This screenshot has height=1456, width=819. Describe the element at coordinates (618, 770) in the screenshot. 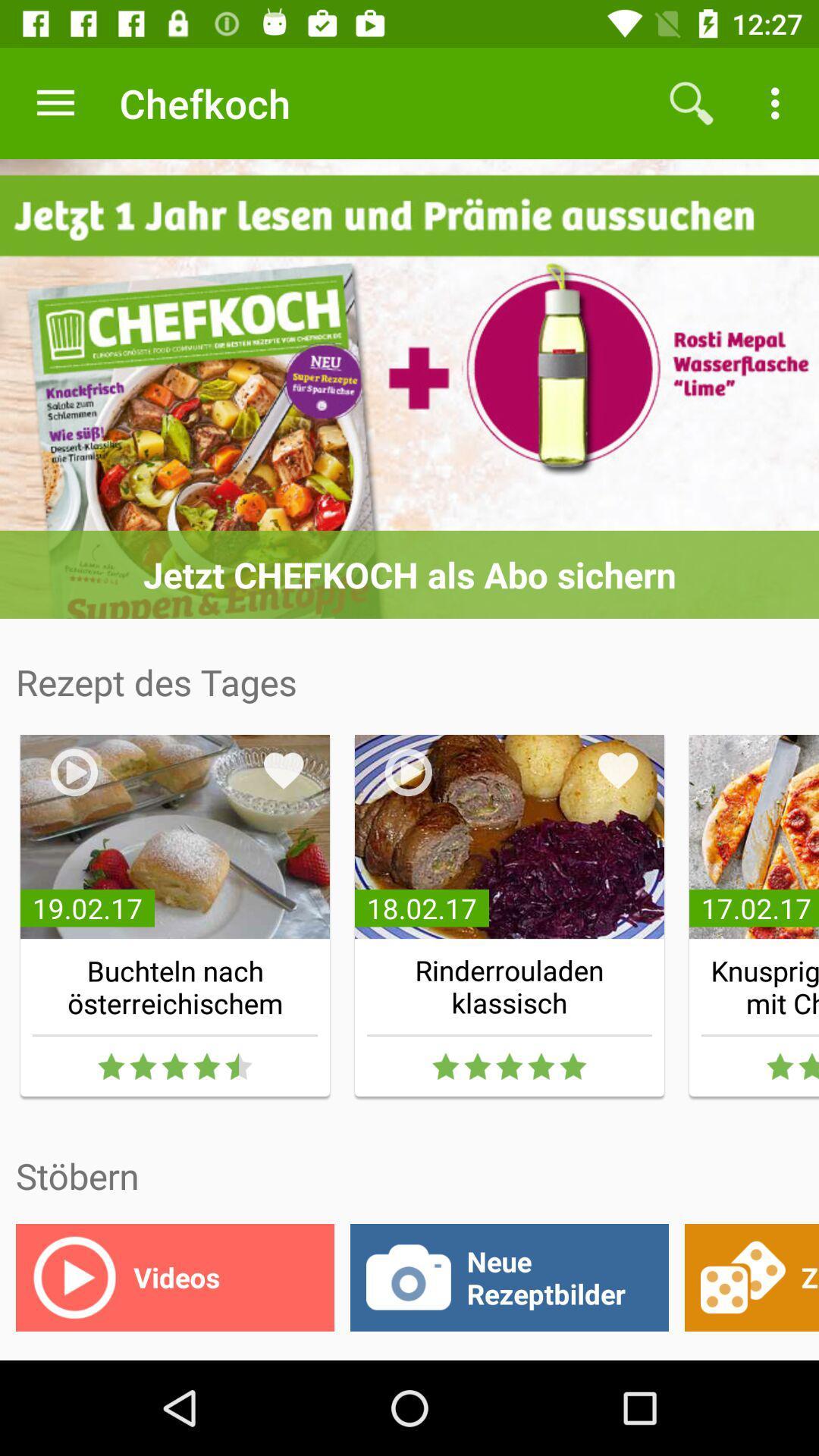

I see `the item above rinderrouladen klassisch` at that location.